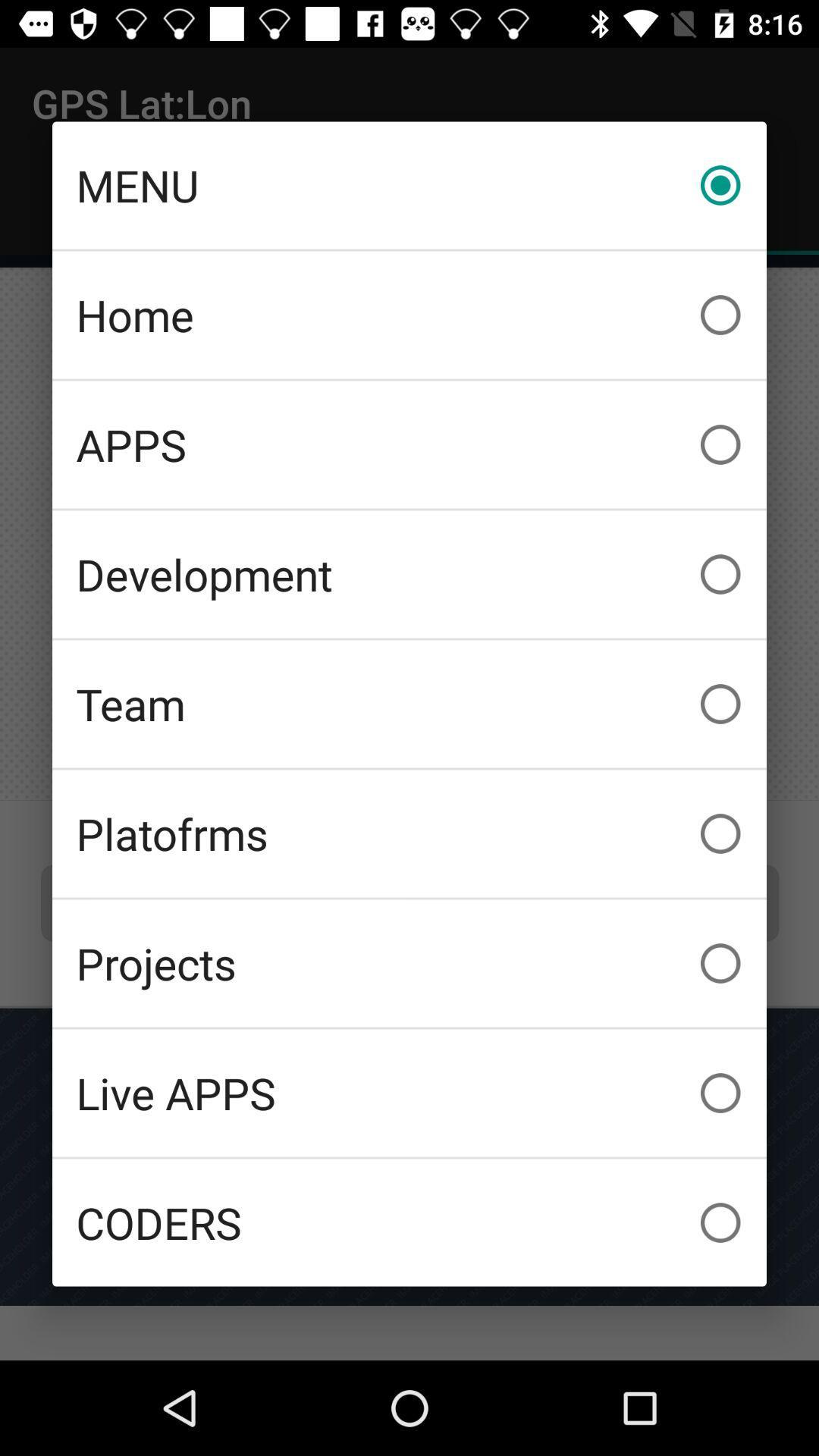 The width and height of the screenshot is (819, 1456). I want to click on home item, so click(409, 314).